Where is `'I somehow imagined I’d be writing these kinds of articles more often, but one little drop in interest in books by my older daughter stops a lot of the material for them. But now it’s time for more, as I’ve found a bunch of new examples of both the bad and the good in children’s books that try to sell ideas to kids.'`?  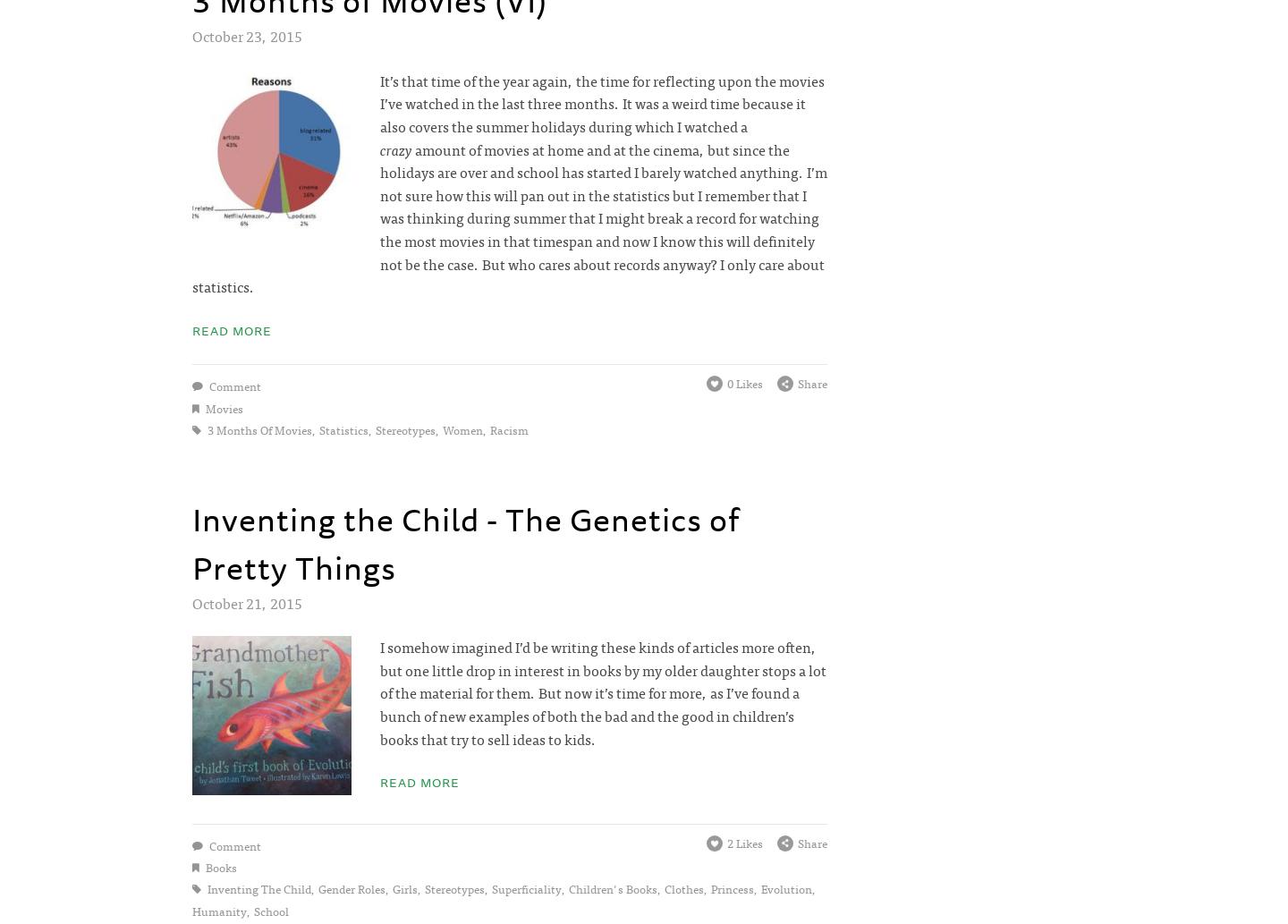
'I somehow imagined I’d be writing these kinds of articles more often, but one little drop in interest in books by my older daughter stops a lot of the material for them. But now it’s time for more, as I’ve found a bunch of new examples of both the bad and the good in children’s books that try to sell ideas to kids.' is located at coordinates (602, 692).